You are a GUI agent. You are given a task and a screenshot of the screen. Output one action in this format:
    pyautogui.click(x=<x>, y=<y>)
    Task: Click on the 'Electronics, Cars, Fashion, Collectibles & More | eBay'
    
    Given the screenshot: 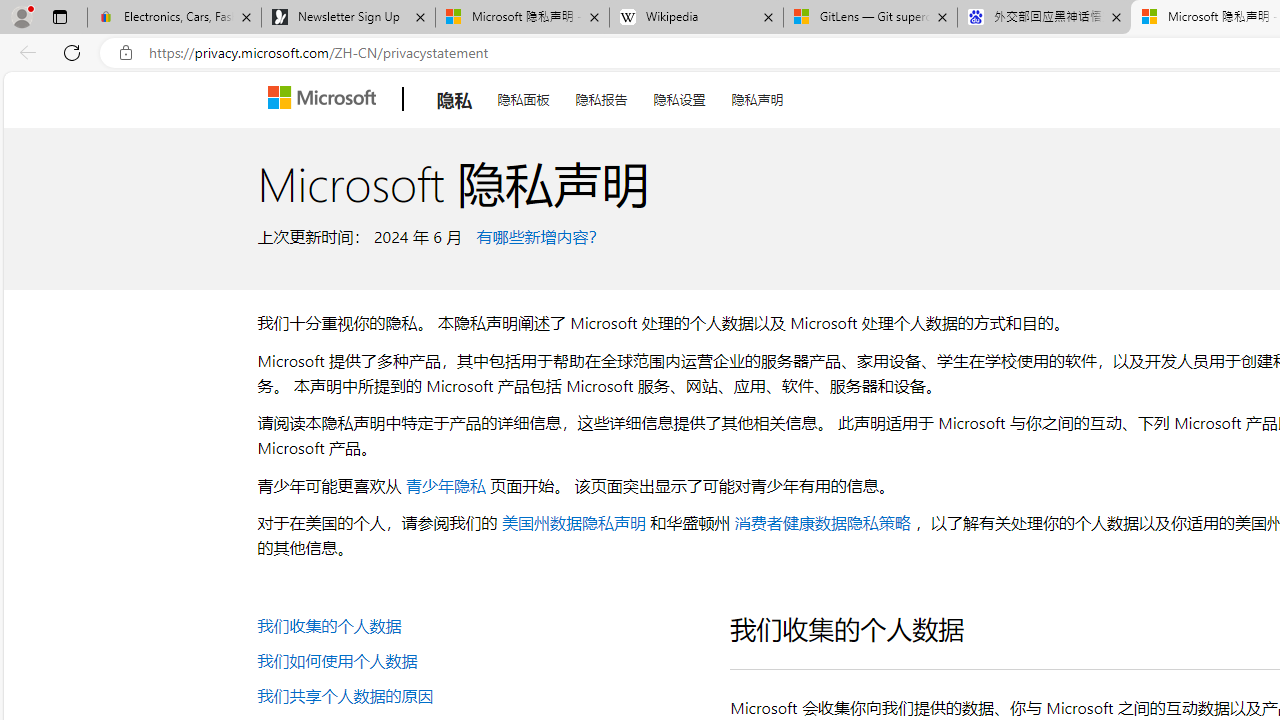 What is the action you would take?
    pyautogui.click(x=174, y=17)
    